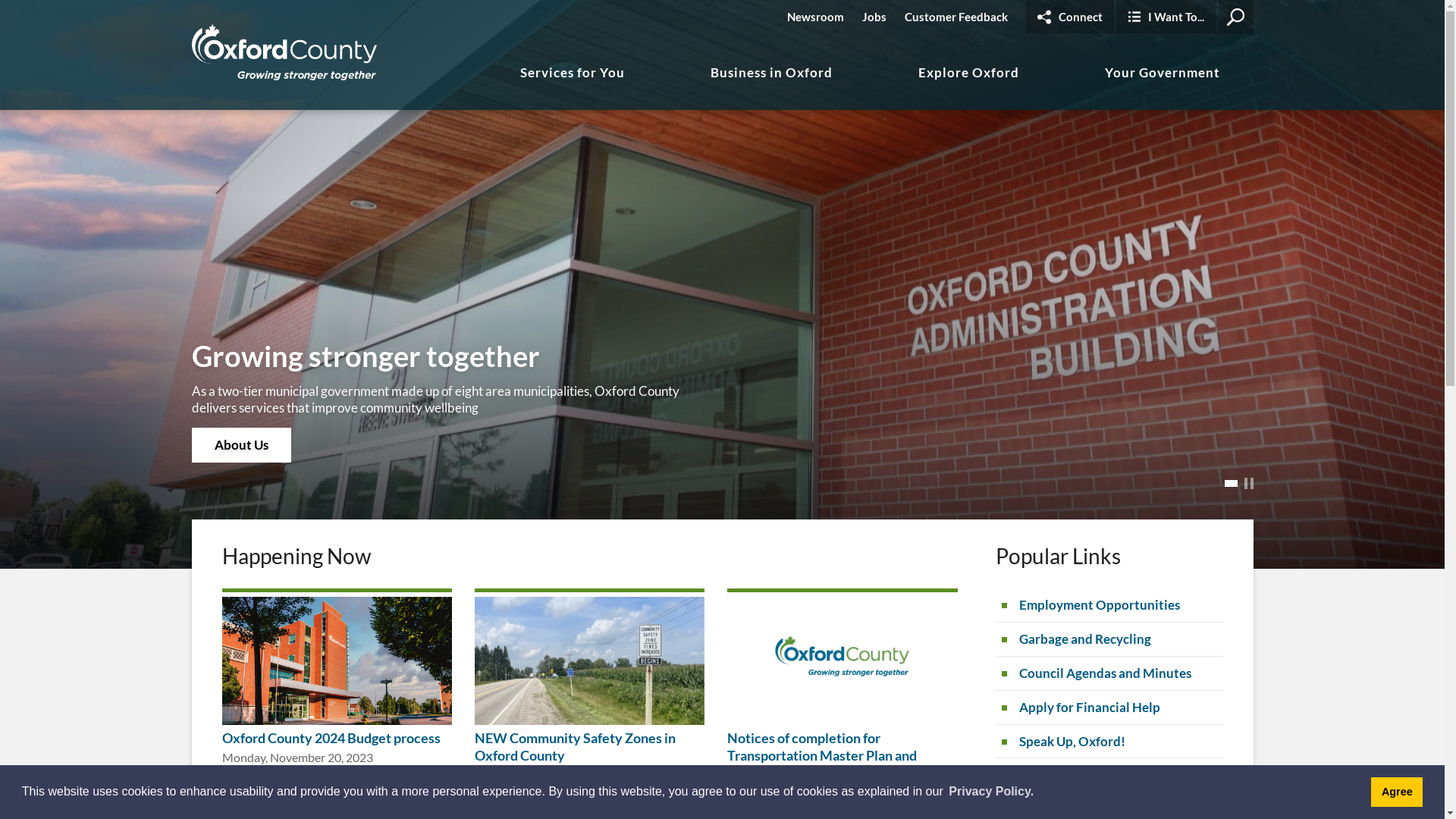 Image resolution: width=1456 pixels, height=819 pixels. Describe the element at coordinates (968, 86) in the screenshot. I see `'Explore Oxford'` at that location.